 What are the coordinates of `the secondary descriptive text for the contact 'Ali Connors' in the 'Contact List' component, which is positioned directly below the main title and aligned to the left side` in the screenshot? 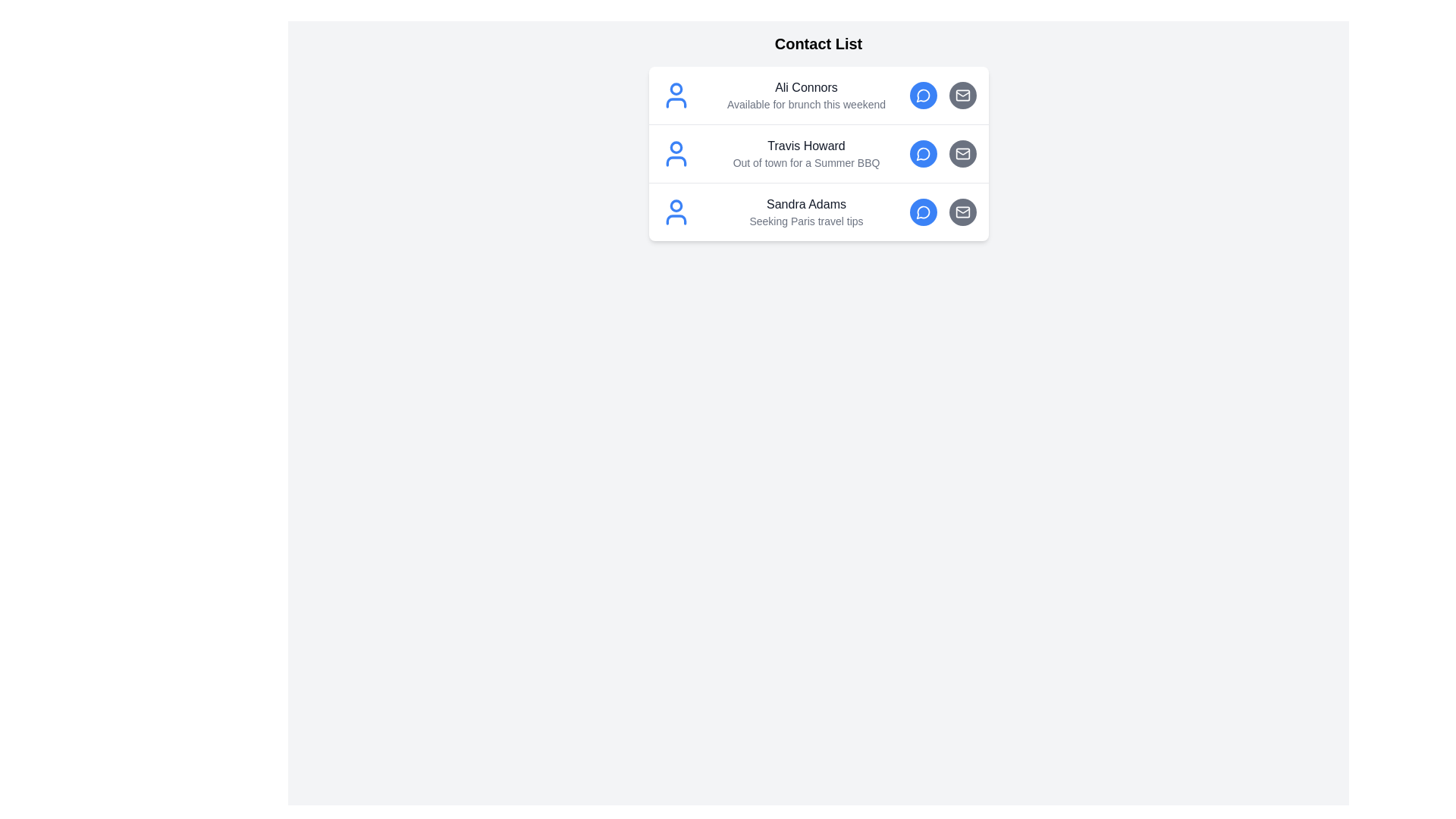 It's located at (805, 104).